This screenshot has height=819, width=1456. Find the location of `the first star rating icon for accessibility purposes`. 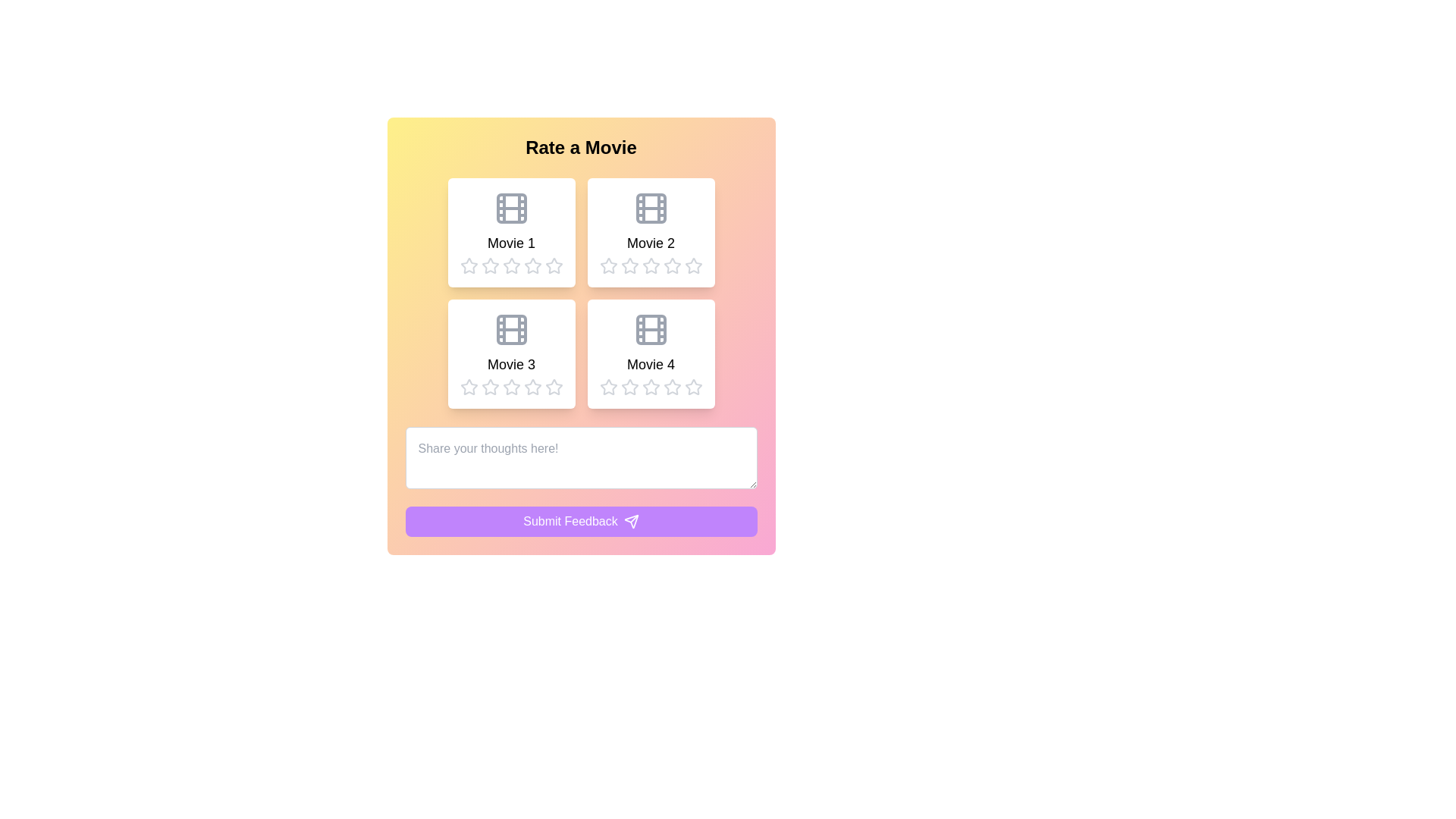

the first star rating icon for accessibility purposes is located at coordinates (468, 386).